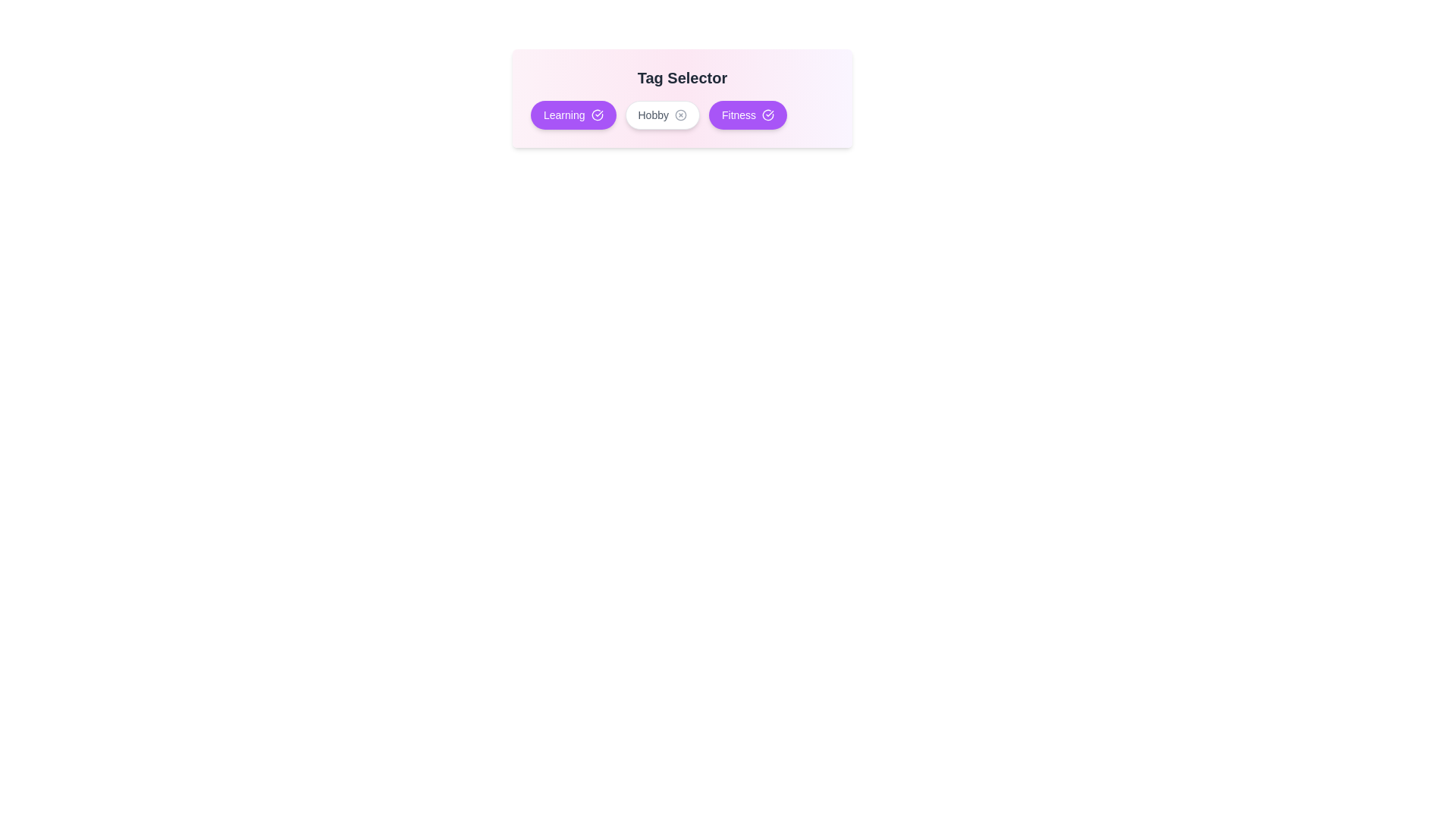 Image resolution: width=1456 pixels, height=819 pixels. I want to click on the tag labeled Fitness to toggle its active state, so click(748, 114).